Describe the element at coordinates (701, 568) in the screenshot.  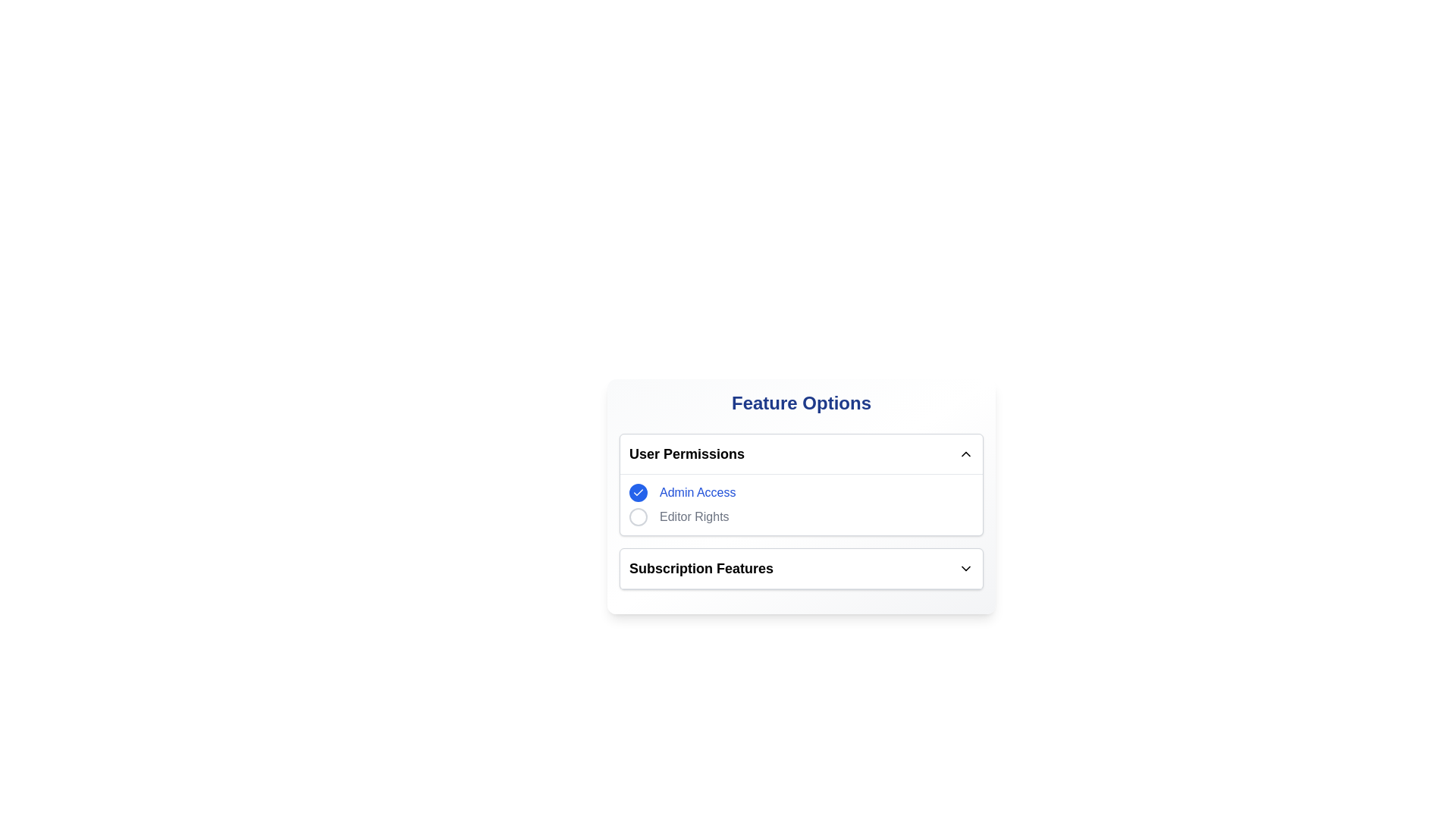
I see `the bold static text label 'Subscription Features', which is prominently displayed under 'User Permissions' in the subscription options panel` at that location.